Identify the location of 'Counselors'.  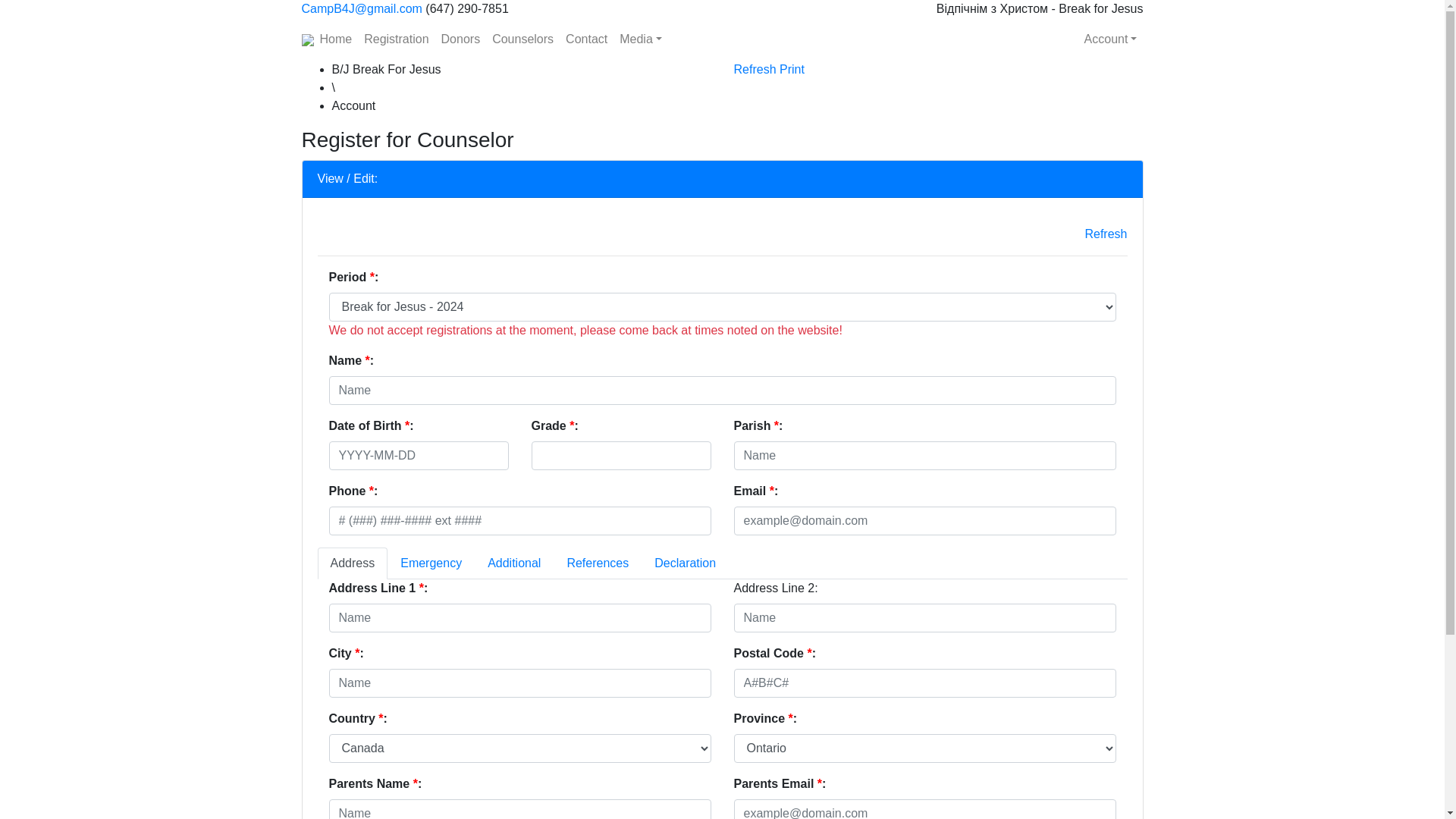
(522, 38).